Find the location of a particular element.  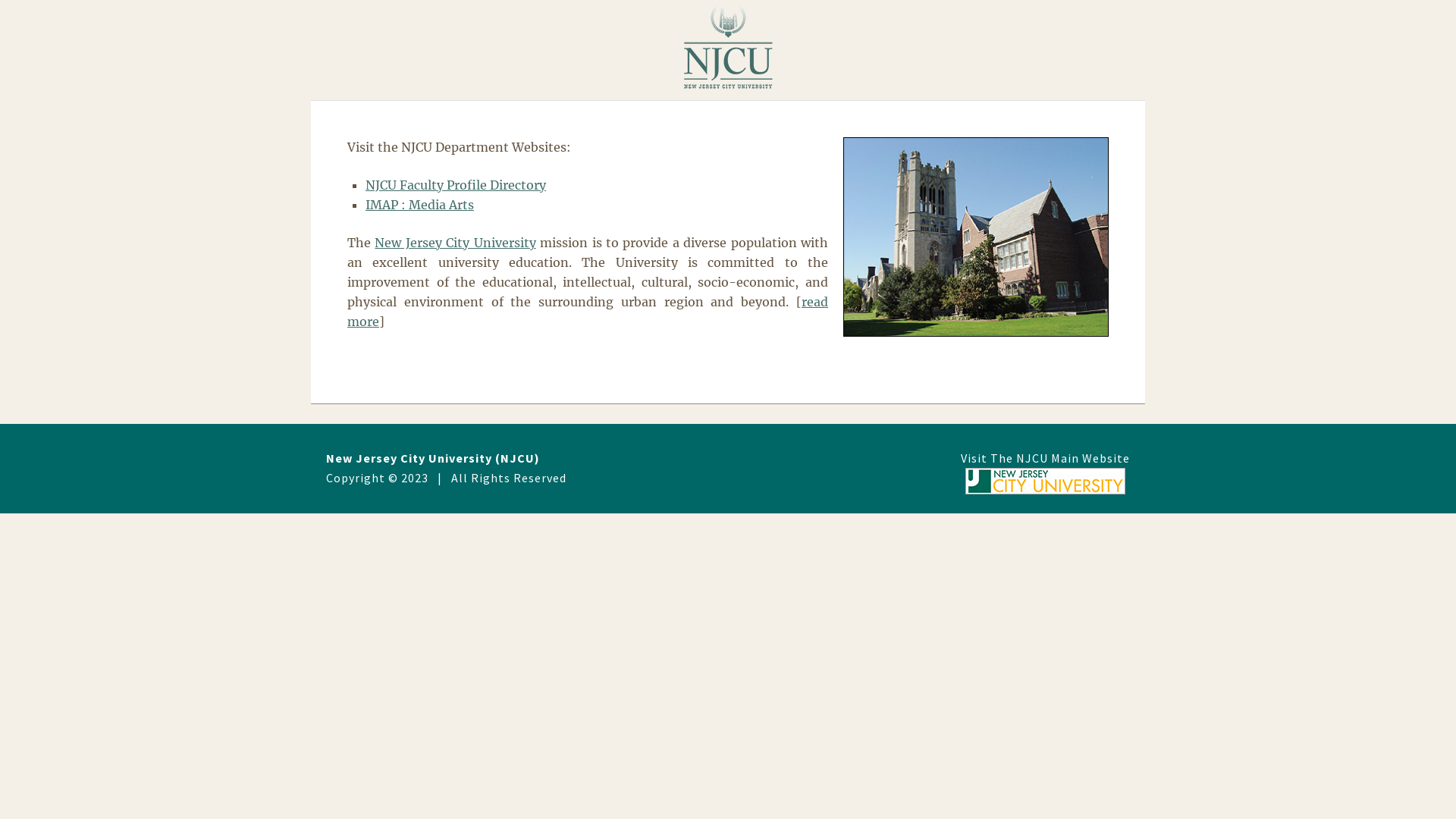

'NJCU is committed to excellence in education!' is located at coordinates (975, 237).